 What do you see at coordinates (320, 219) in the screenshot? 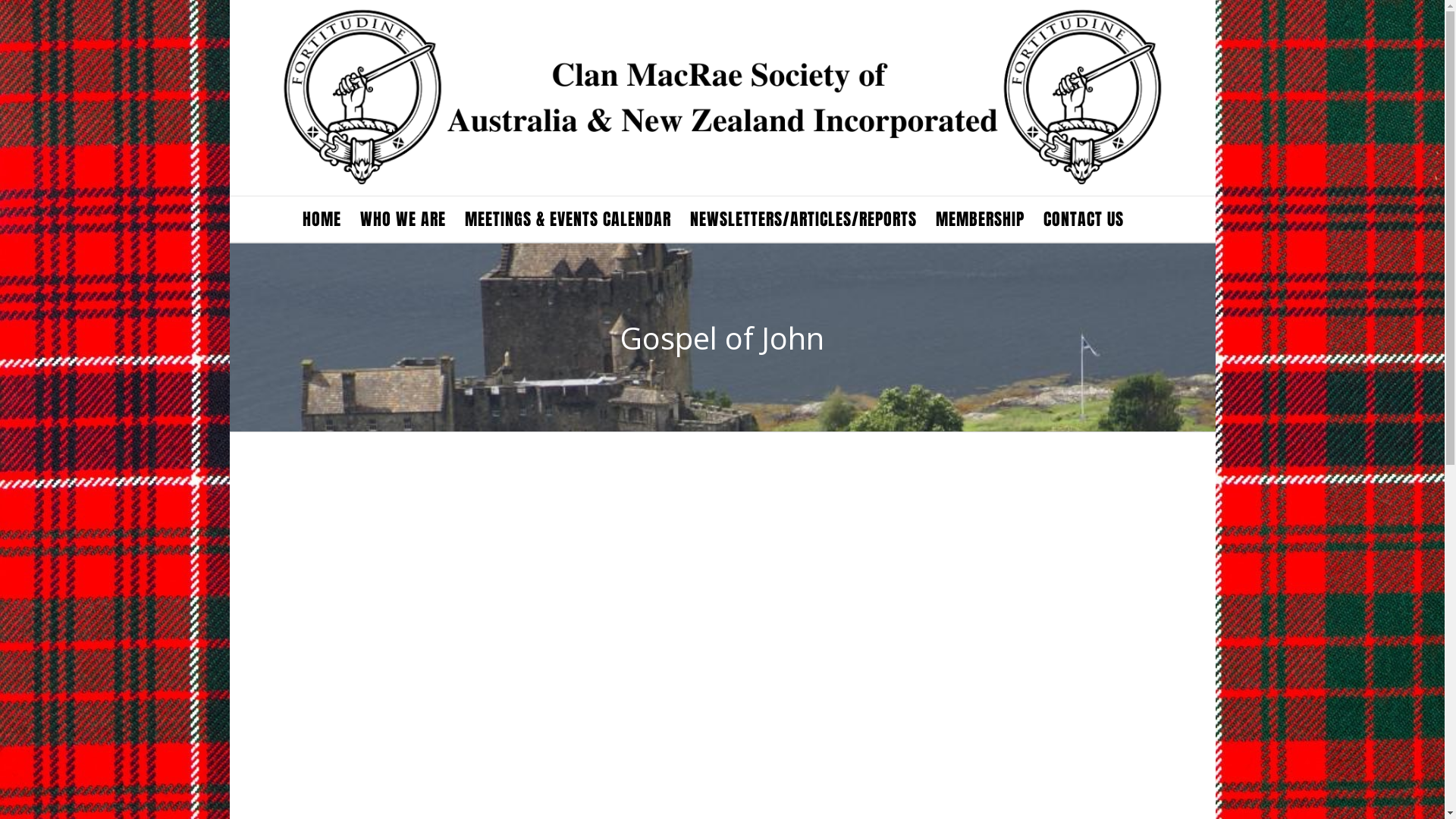
I see `'HOME'` at bounding box center [320, 219].